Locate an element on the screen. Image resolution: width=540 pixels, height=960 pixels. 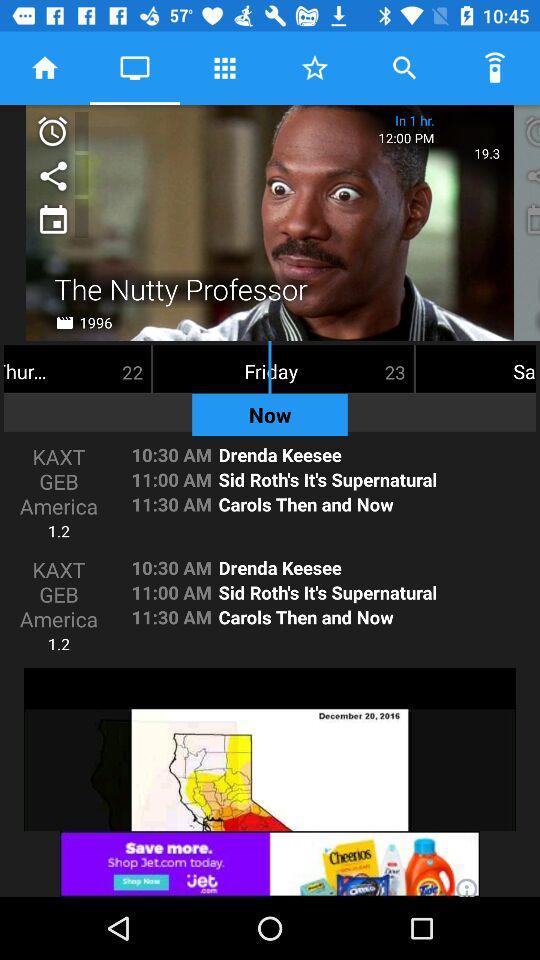
the date_range icon is located at coordinates (52, 218).